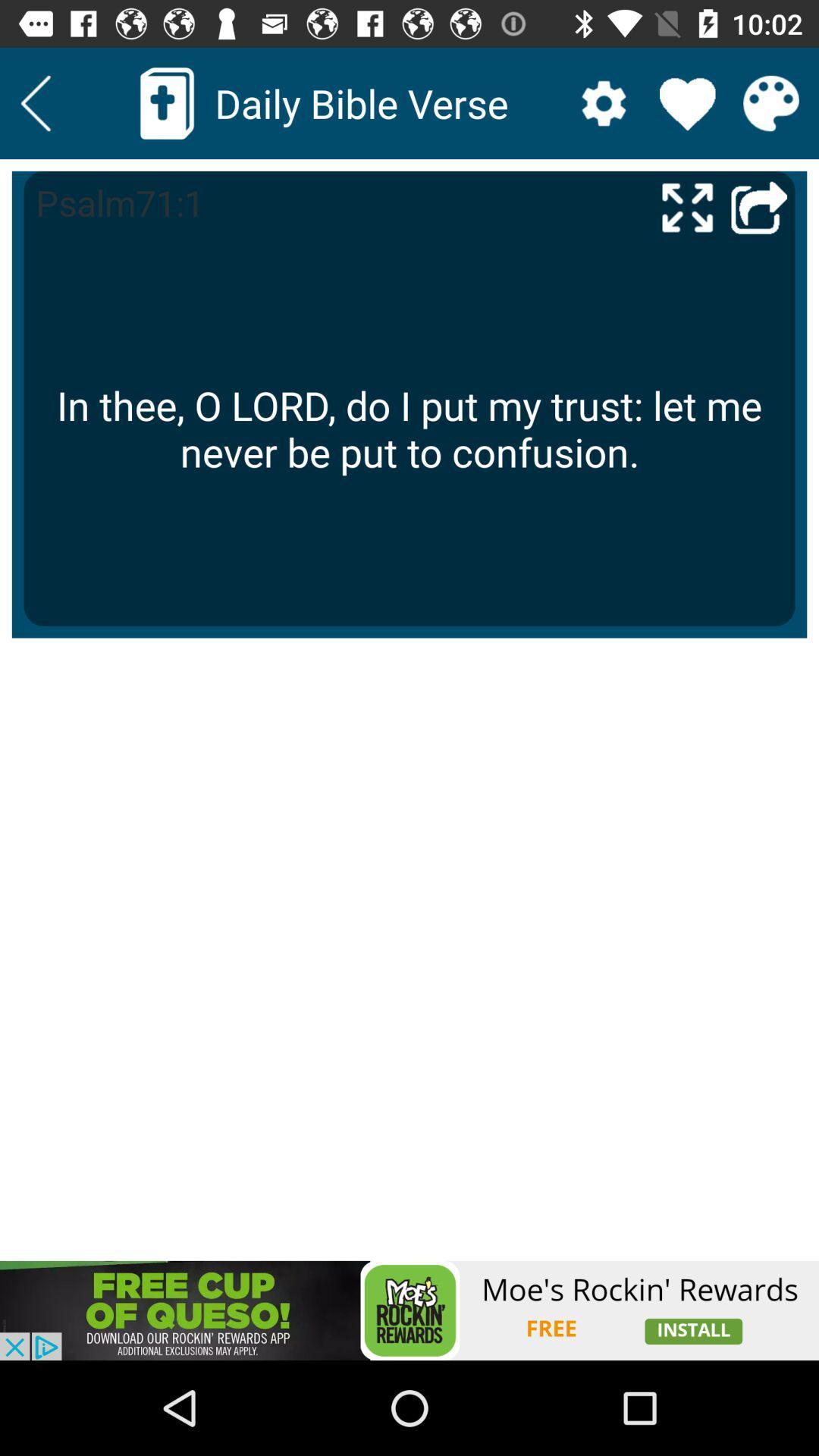 Image resolution: width=819 pixels, height=1456 pixels. What do you see at coordinates (759, 206) in the screenshot?
I see `previous` at bounding box center [759, 206].